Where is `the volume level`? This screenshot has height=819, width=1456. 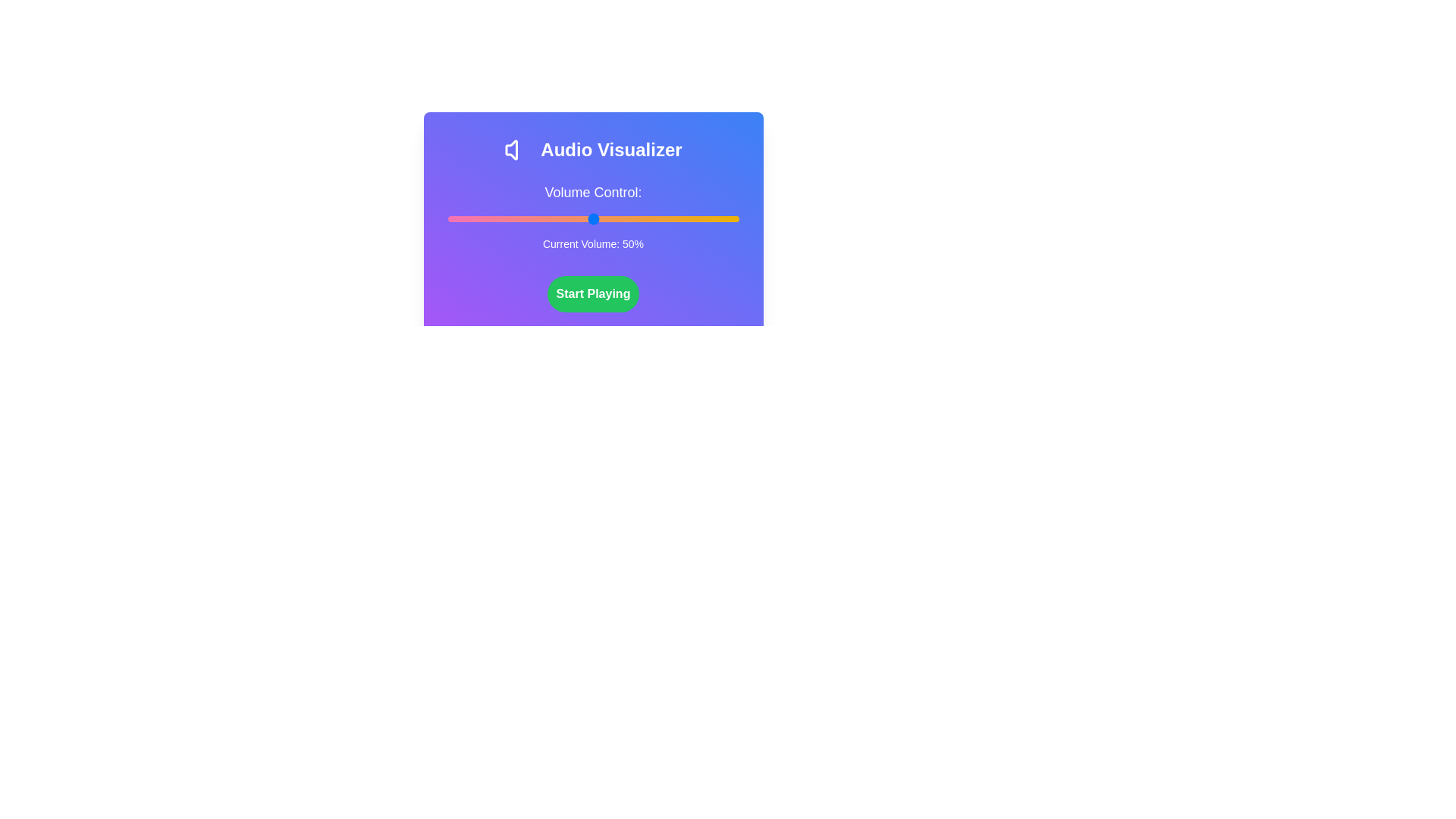
the volume level is located at coordinates (548, 219).